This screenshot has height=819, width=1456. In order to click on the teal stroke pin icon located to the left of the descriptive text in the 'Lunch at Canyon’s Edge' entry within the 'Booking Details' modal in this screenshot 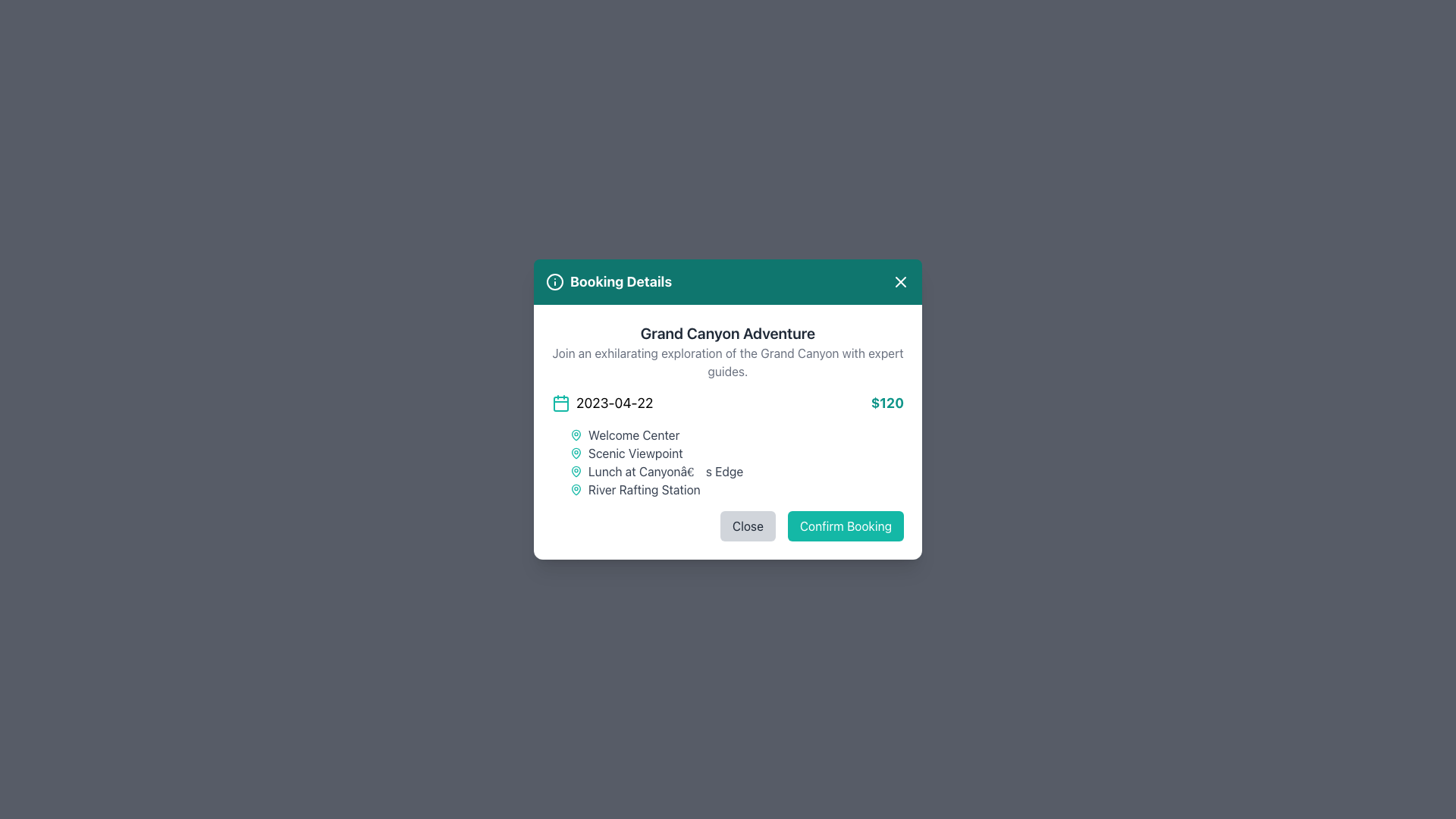, I will do `click(575, 470)`.